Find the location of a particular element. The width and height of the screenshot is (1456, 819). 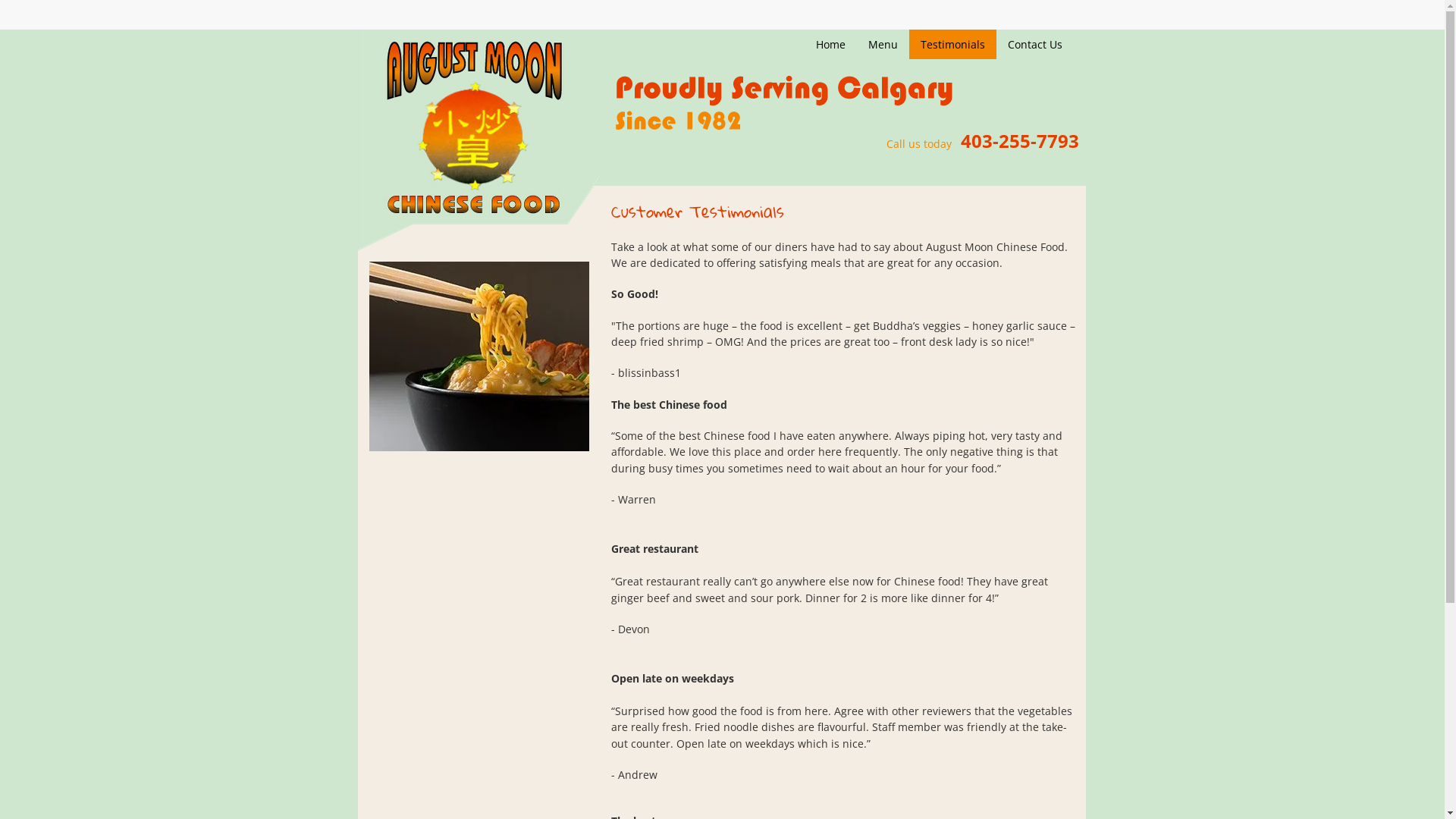

'Testimonials' is located at coordinates (952, 43).